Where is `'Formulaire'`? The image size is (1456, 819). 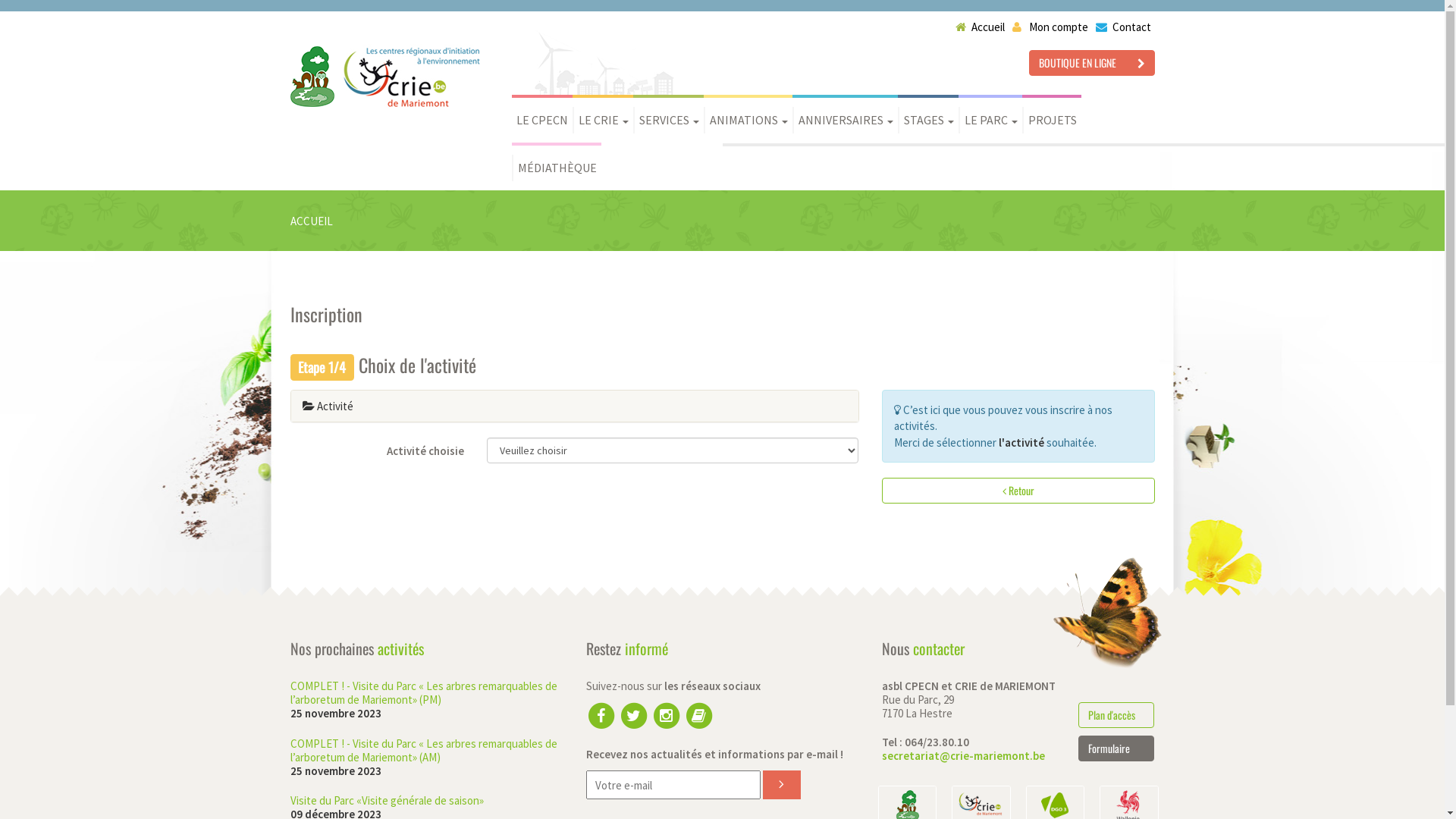
'Formulaire' is located at coordinates (1116, 748).